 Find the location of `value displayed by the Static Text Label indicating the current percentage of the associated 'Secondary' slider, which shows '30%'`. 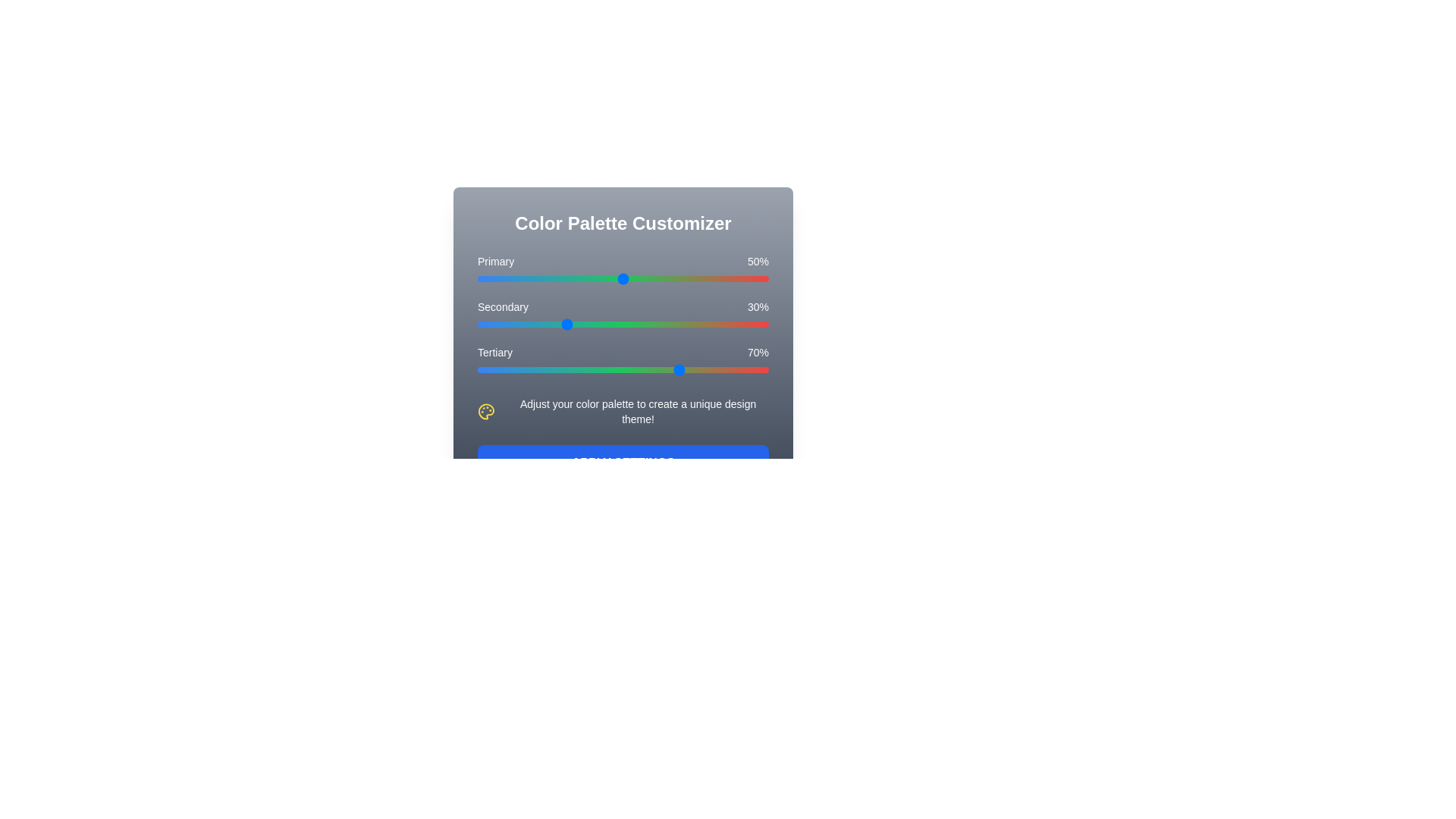

value displayed by the Static Text Label indicating the current percentage of the associated 'Secondary' slider, which shows '30%' is located at coordinates (758, 307).